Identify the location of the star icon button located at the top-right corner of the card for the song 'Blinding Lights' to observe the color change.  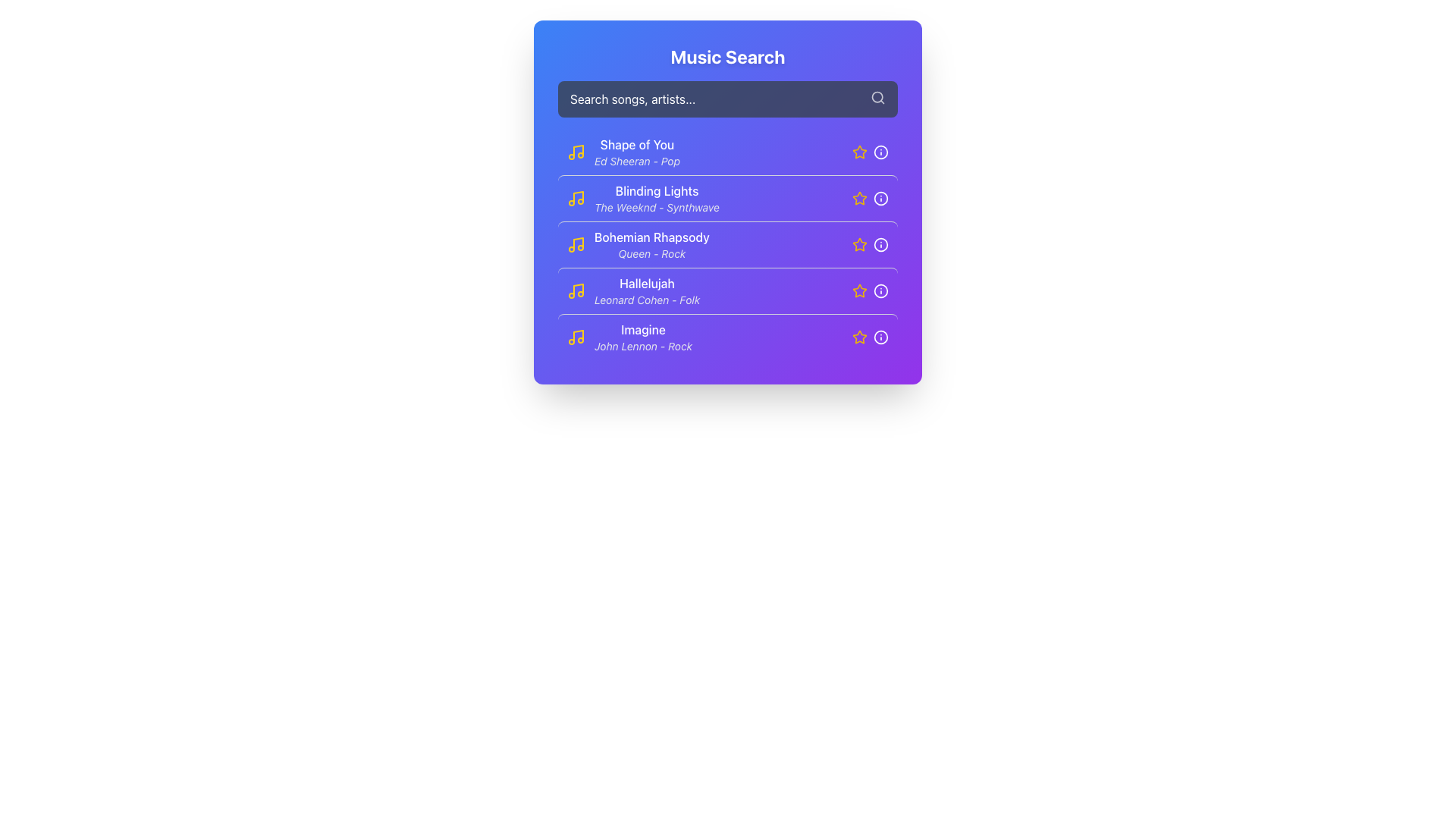
(859, 197).